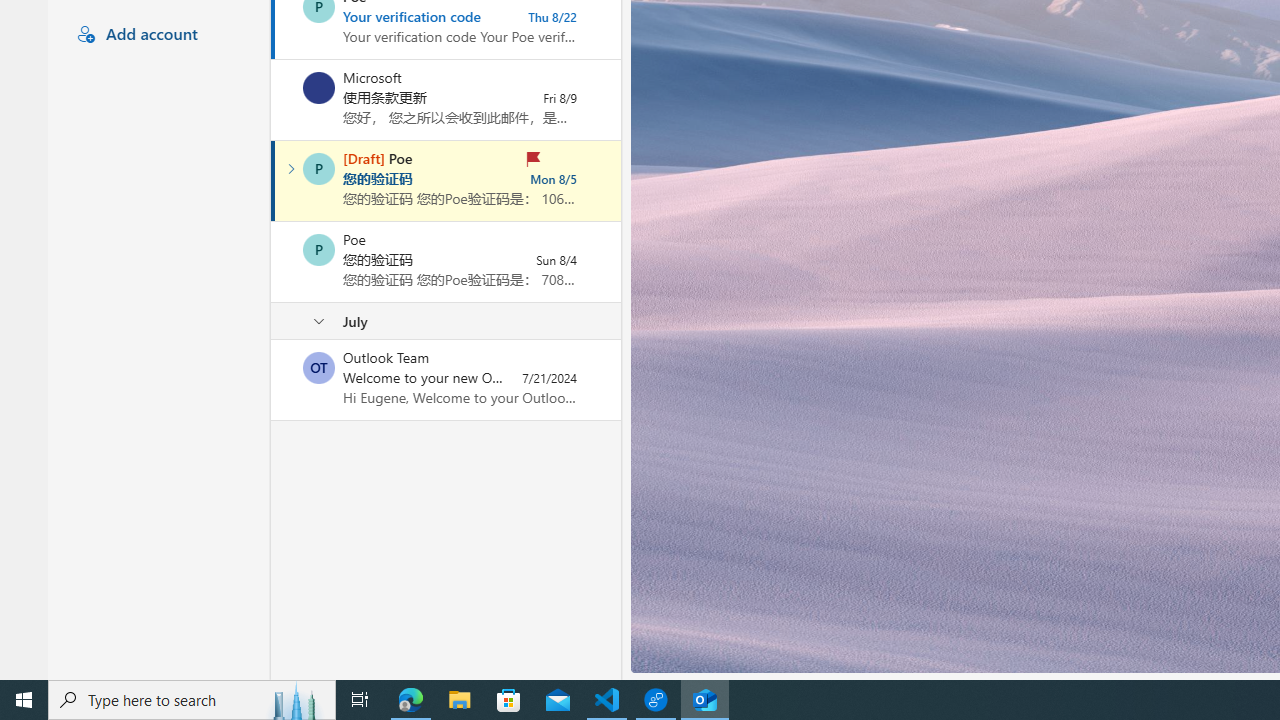 The image size is (1280, 720). What do you see at coordinates (272, 181) in the screenshot?
I see `'Mark as read'` at bounding box center [272, 181].